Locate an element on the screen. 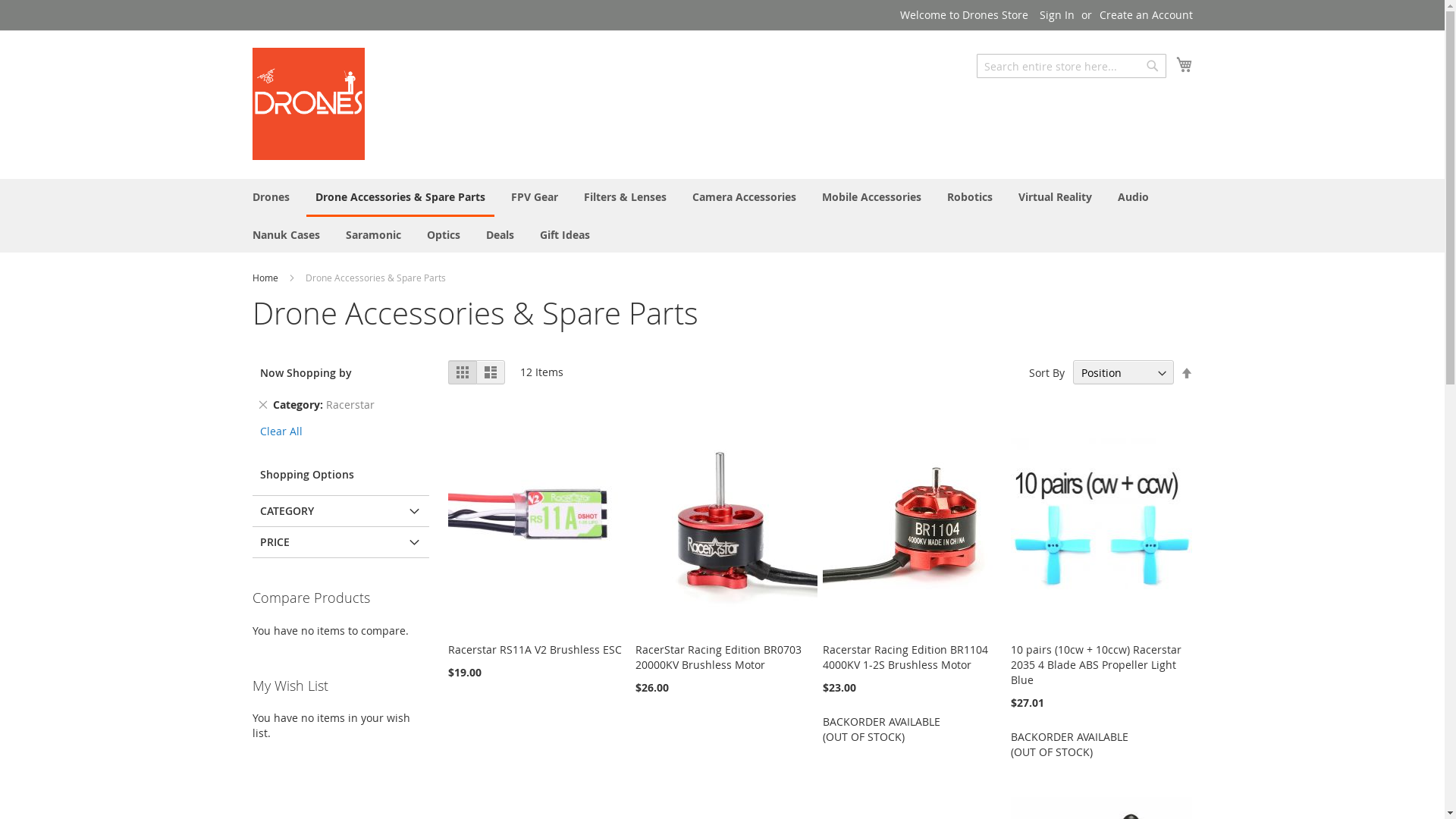  'Search' is located at coordinates (1147, 65).